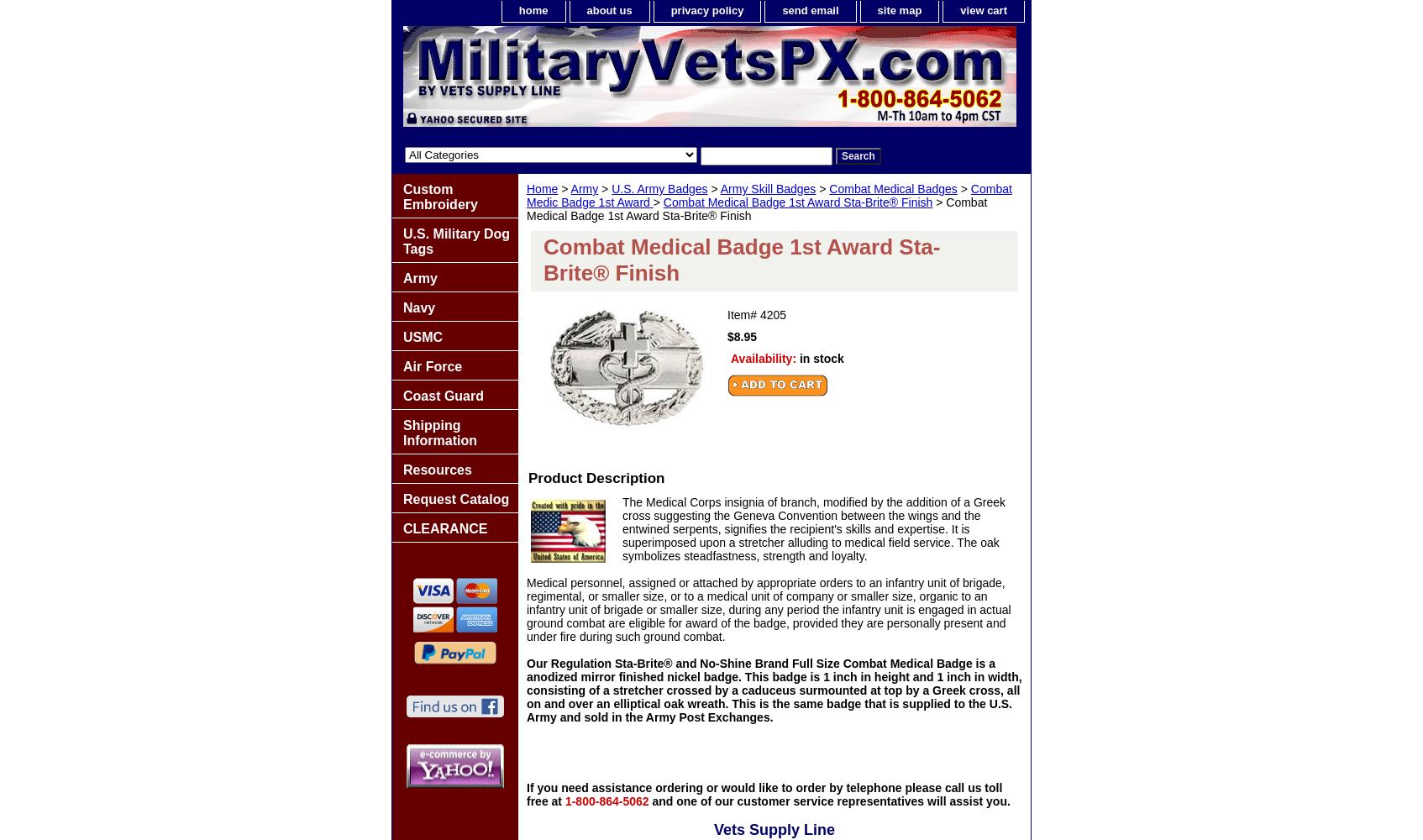  Describe the element at coordinates (658, 188) in the screenshot. I see `'U.S. Army Badges'` at that location.